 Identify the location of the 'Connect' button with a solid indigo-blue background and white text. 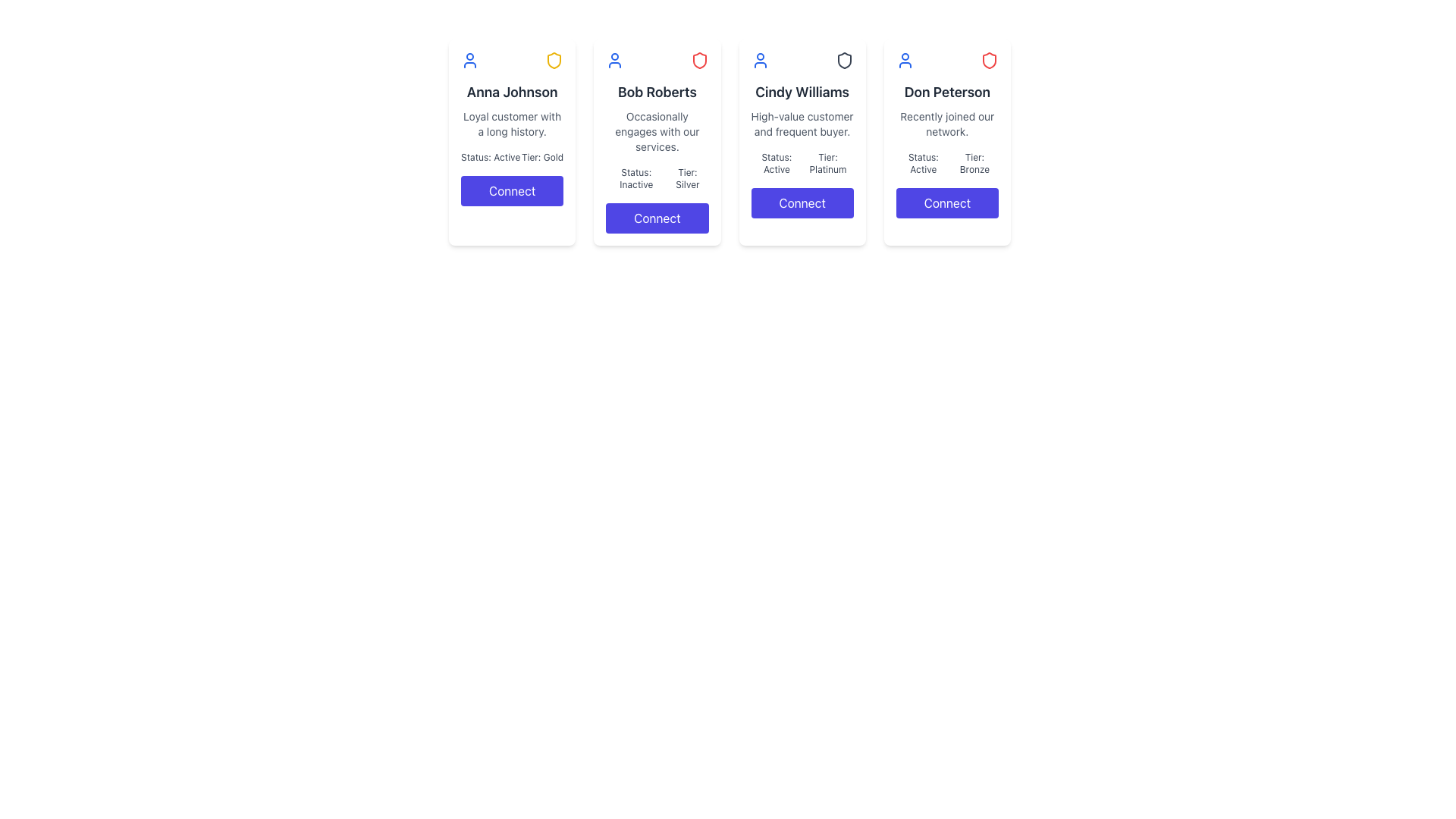
(802, 202).